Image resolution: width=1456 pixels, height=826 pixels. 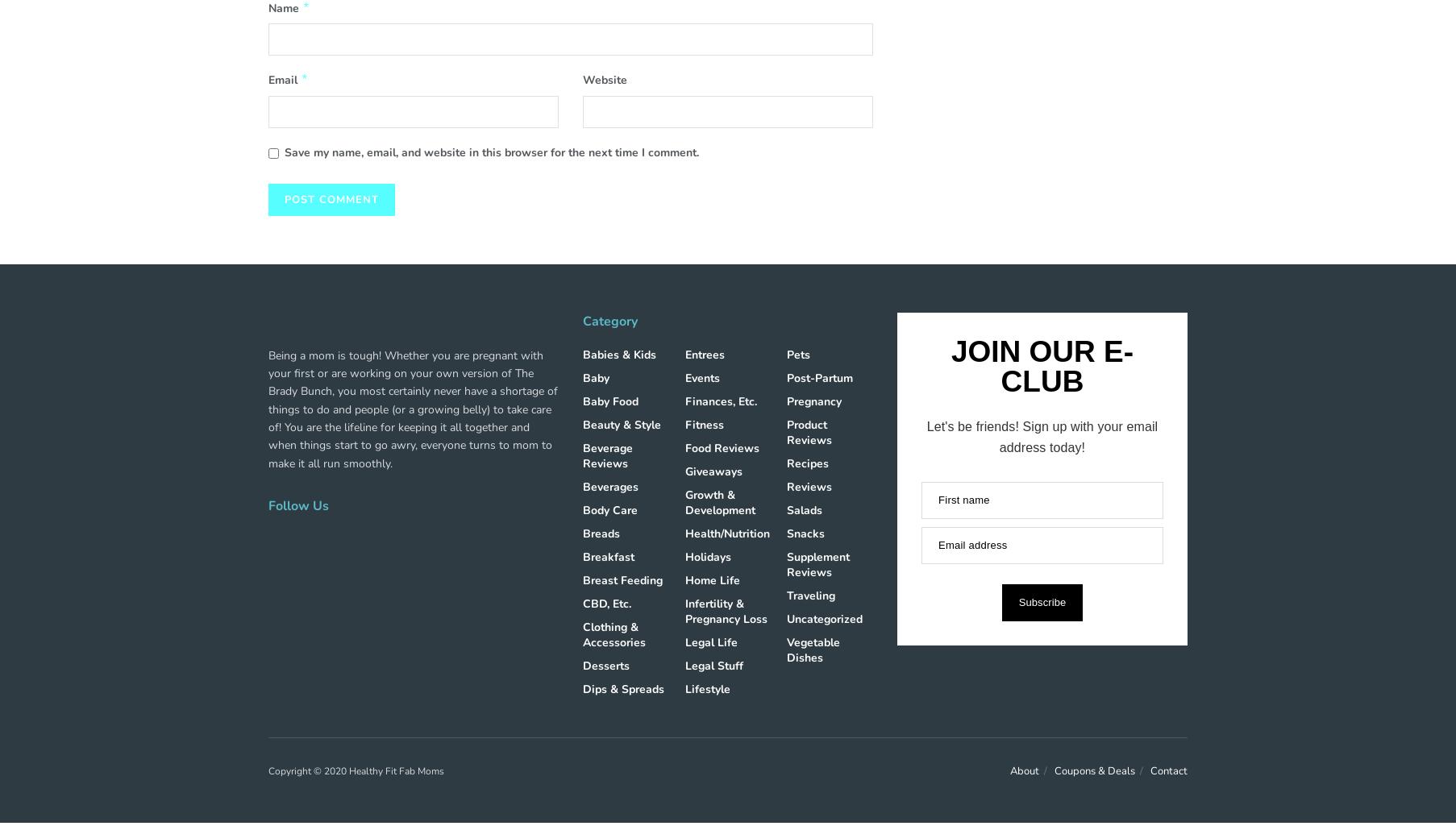 I want to click on 'Beauty & Style', so click(x=622, y=423).